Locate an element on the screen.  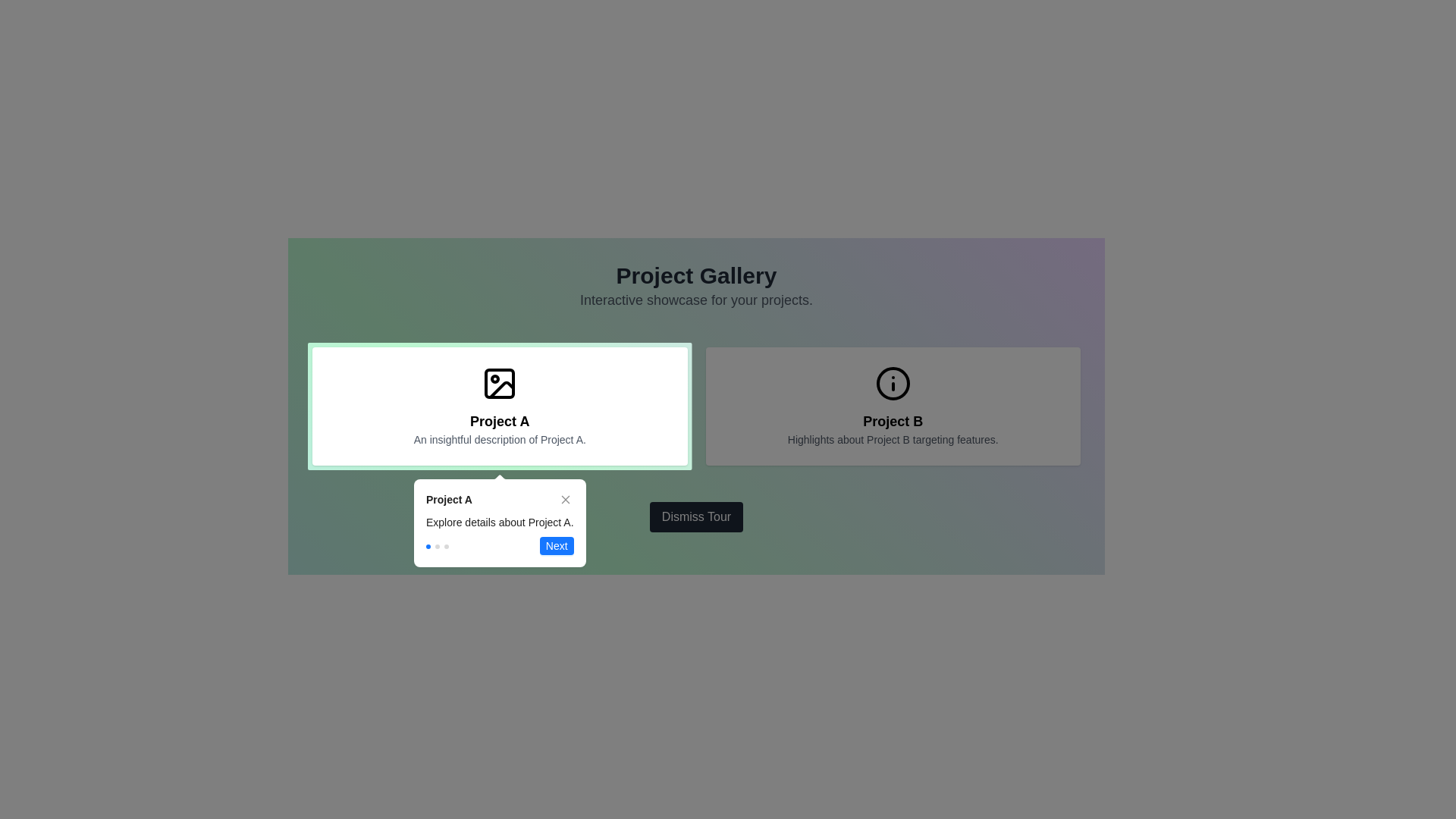
the help icon located within the content box for 'Project B', which is centered above the text content and below the upper border of the box is located at coordinates (893, 382).